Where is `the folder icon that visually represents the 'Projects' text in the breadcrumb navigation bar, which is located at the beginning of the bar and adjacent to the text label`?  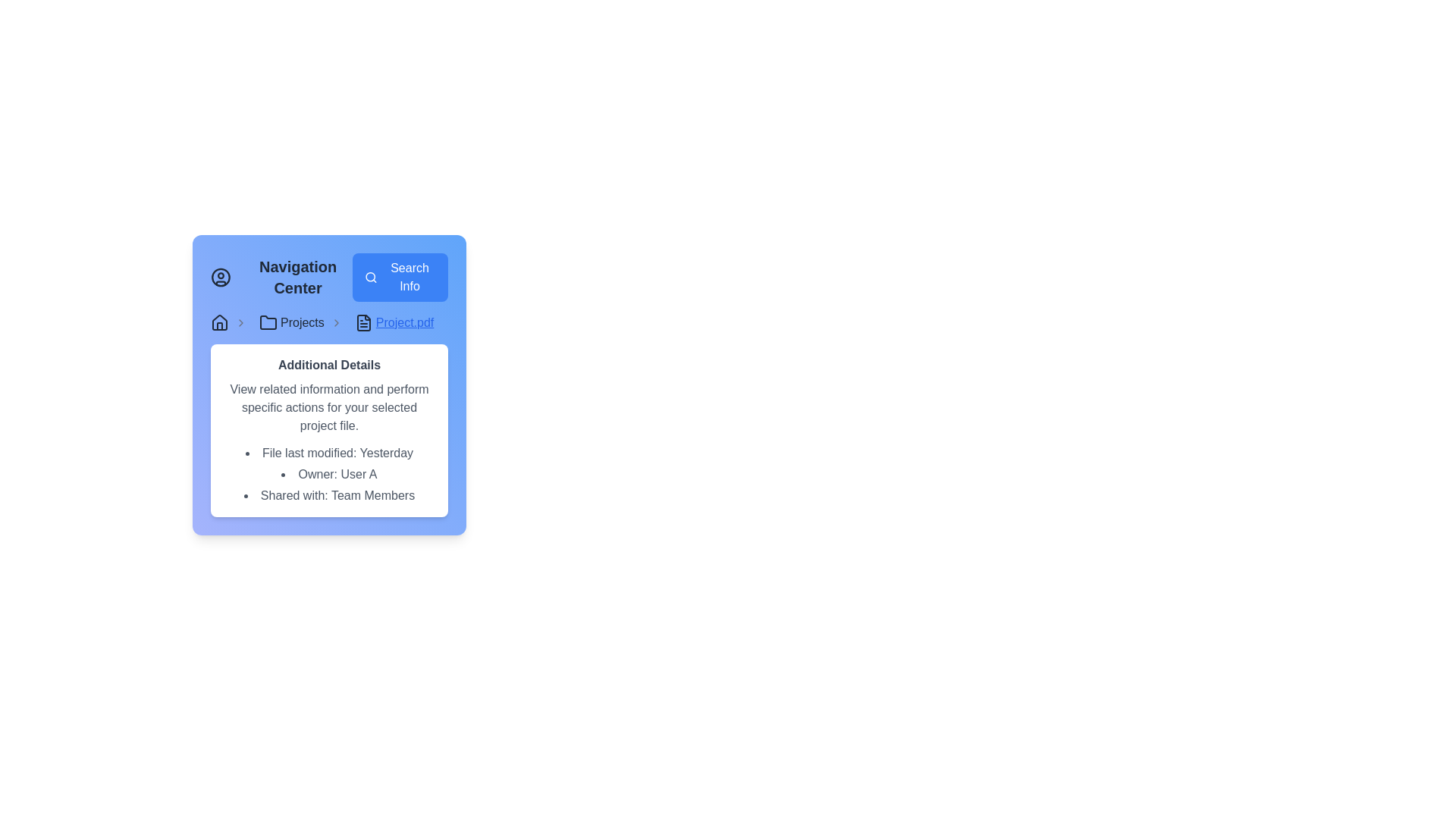 the folder icon that visually represents the 'Projects' text in the breadcrumb navigation bar, which is located at the beginning of the bar and adjacent to the text label is located at coordinates (268, 322).